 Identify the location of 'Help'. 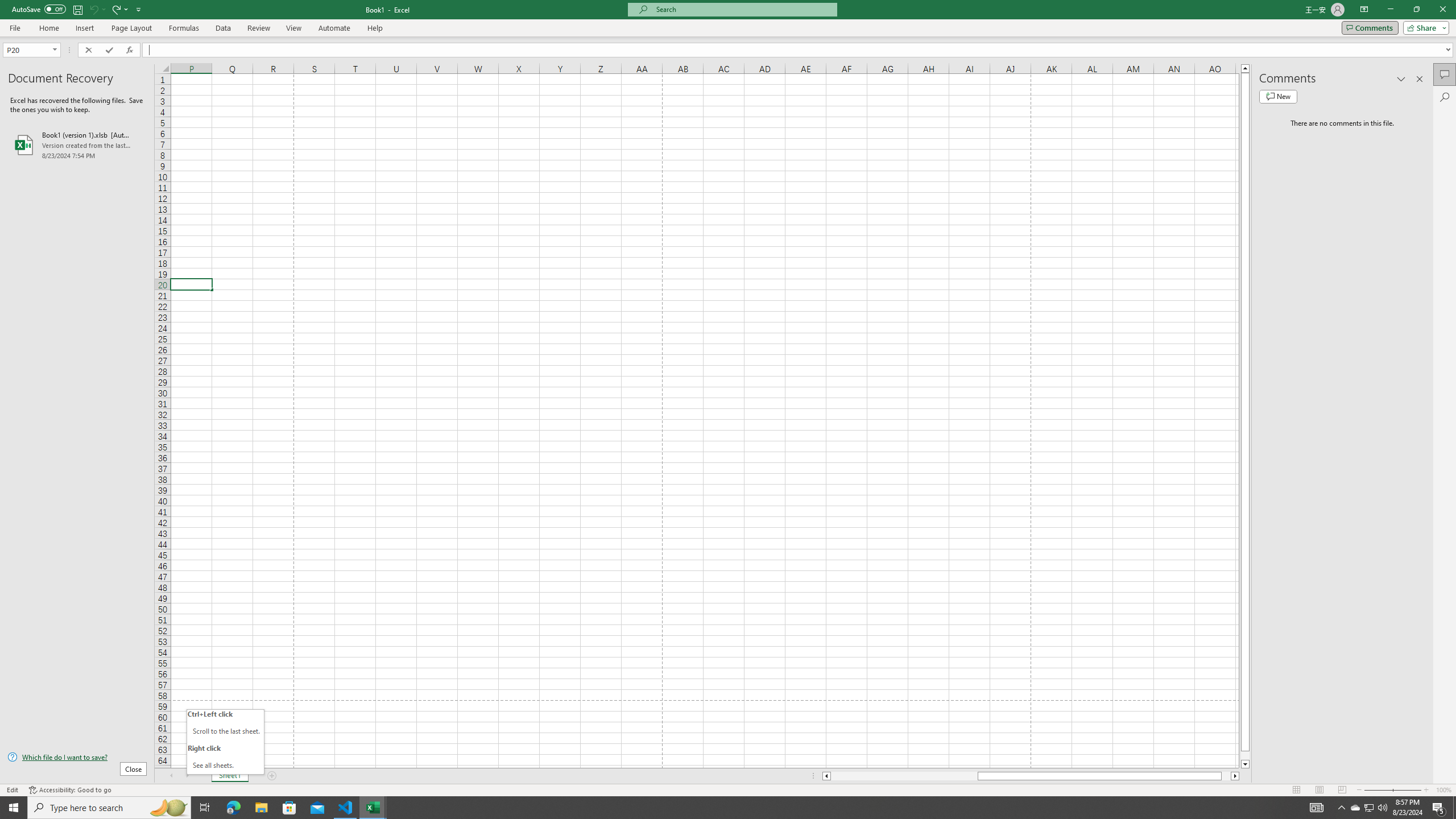
(375, 28).